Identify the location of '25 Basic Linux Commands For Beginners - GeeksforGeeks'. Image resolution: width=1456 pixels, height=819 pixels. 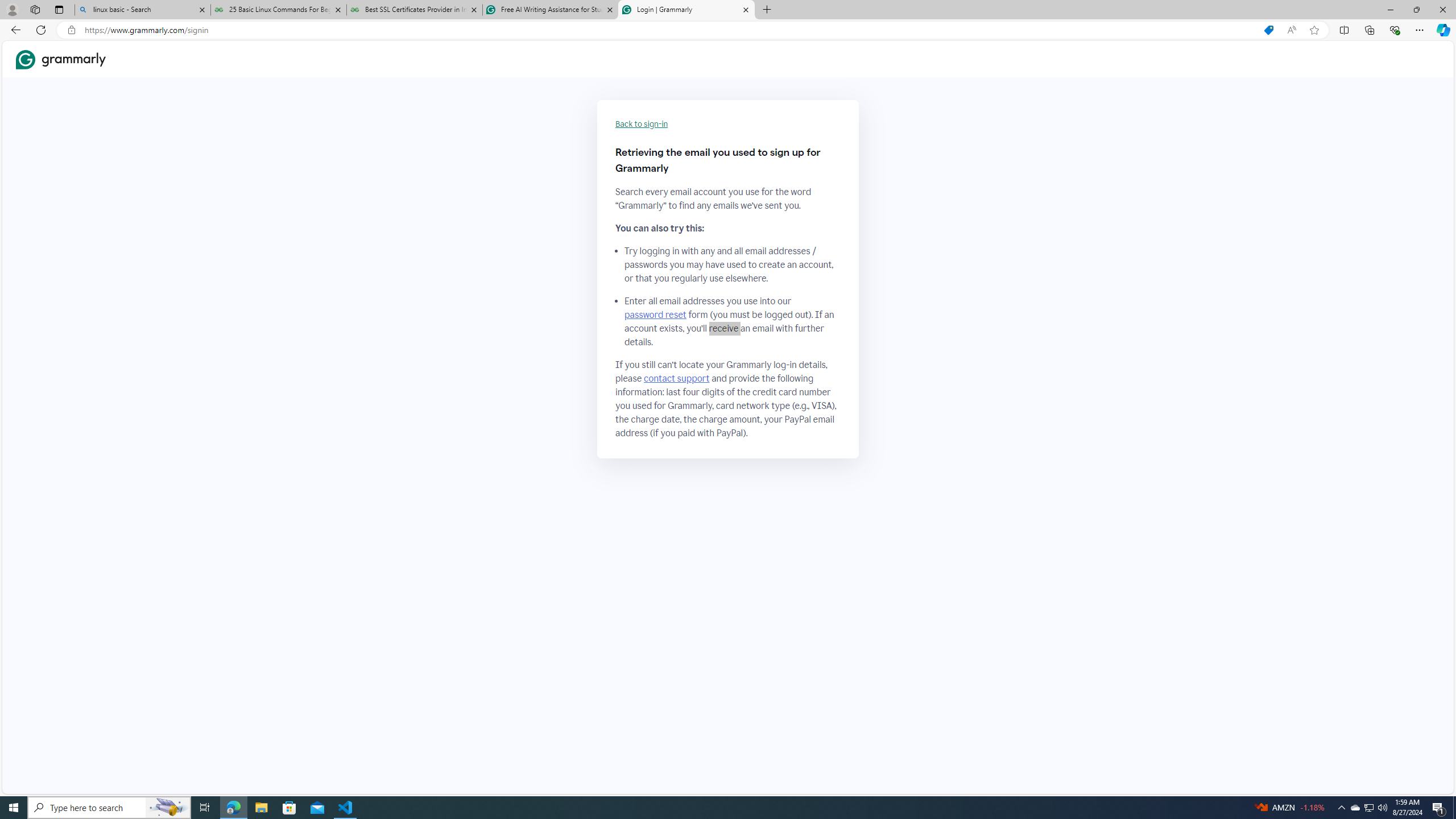
(278, 9).